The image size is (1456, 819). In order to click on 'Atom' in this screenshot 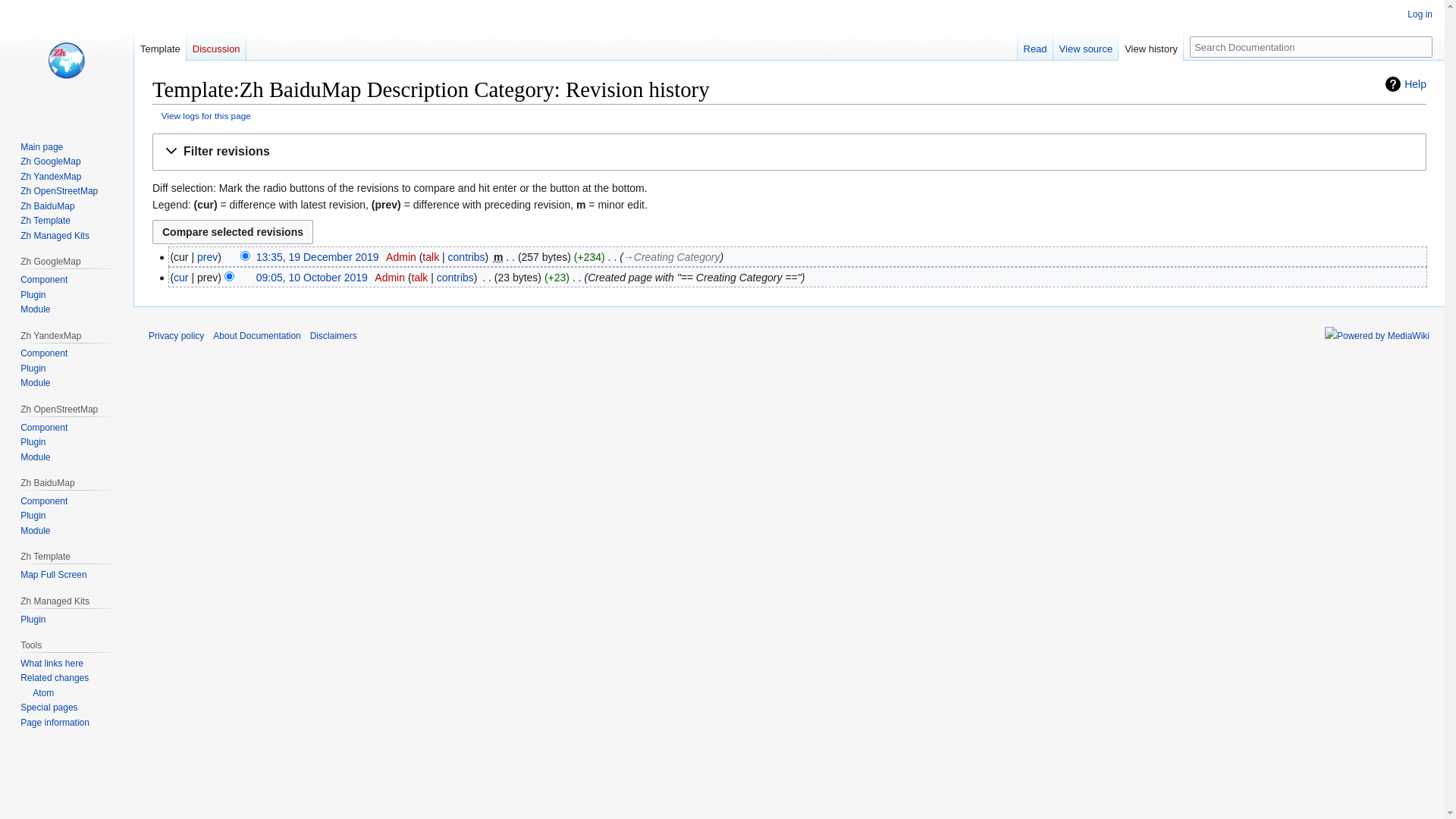, I will do `click(36, 693)`.